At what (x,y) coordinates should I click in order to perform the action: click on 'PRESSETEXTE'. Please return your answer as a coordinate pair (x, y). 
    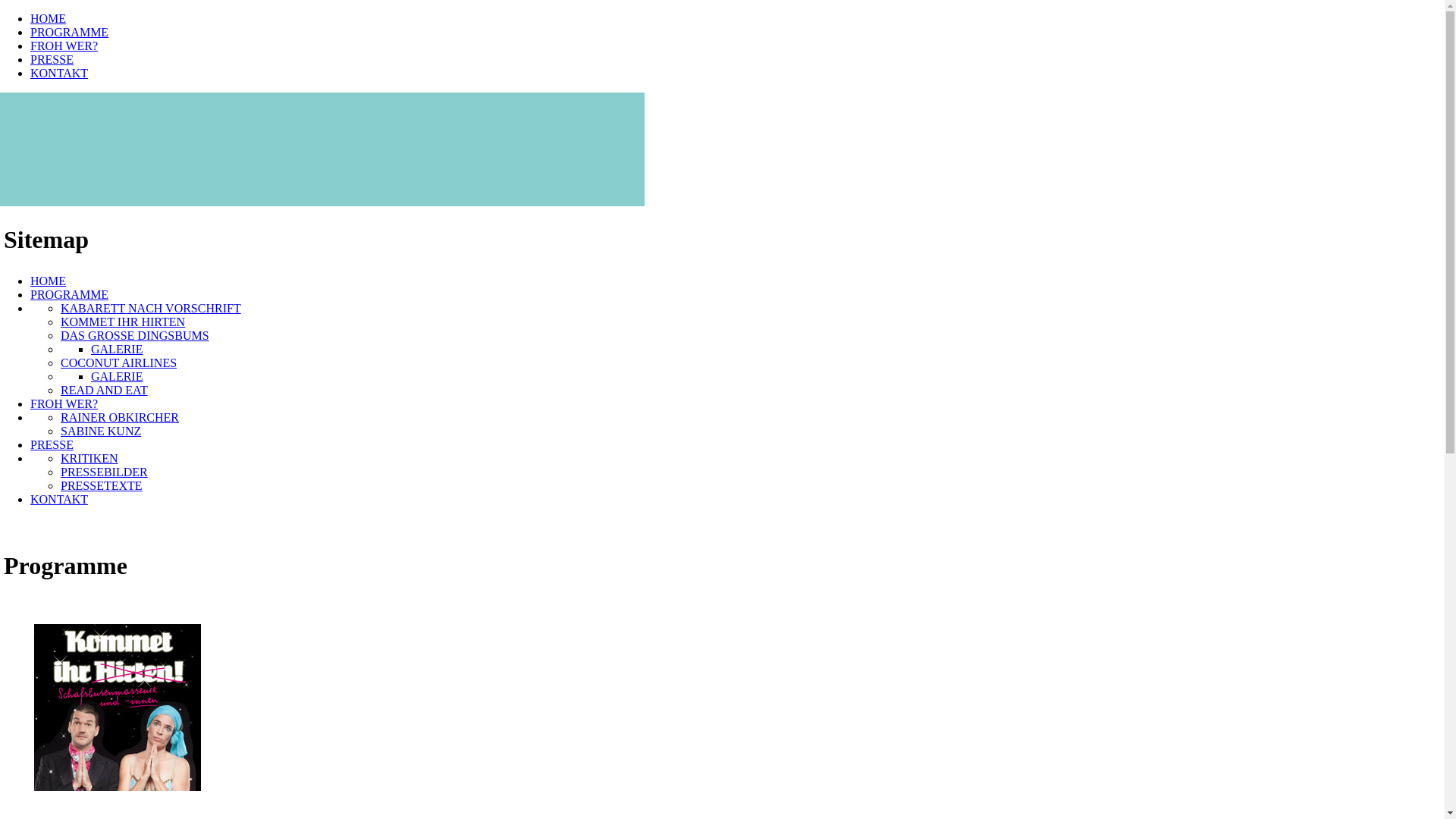
    Looking at the image, I should click on (101, 485).